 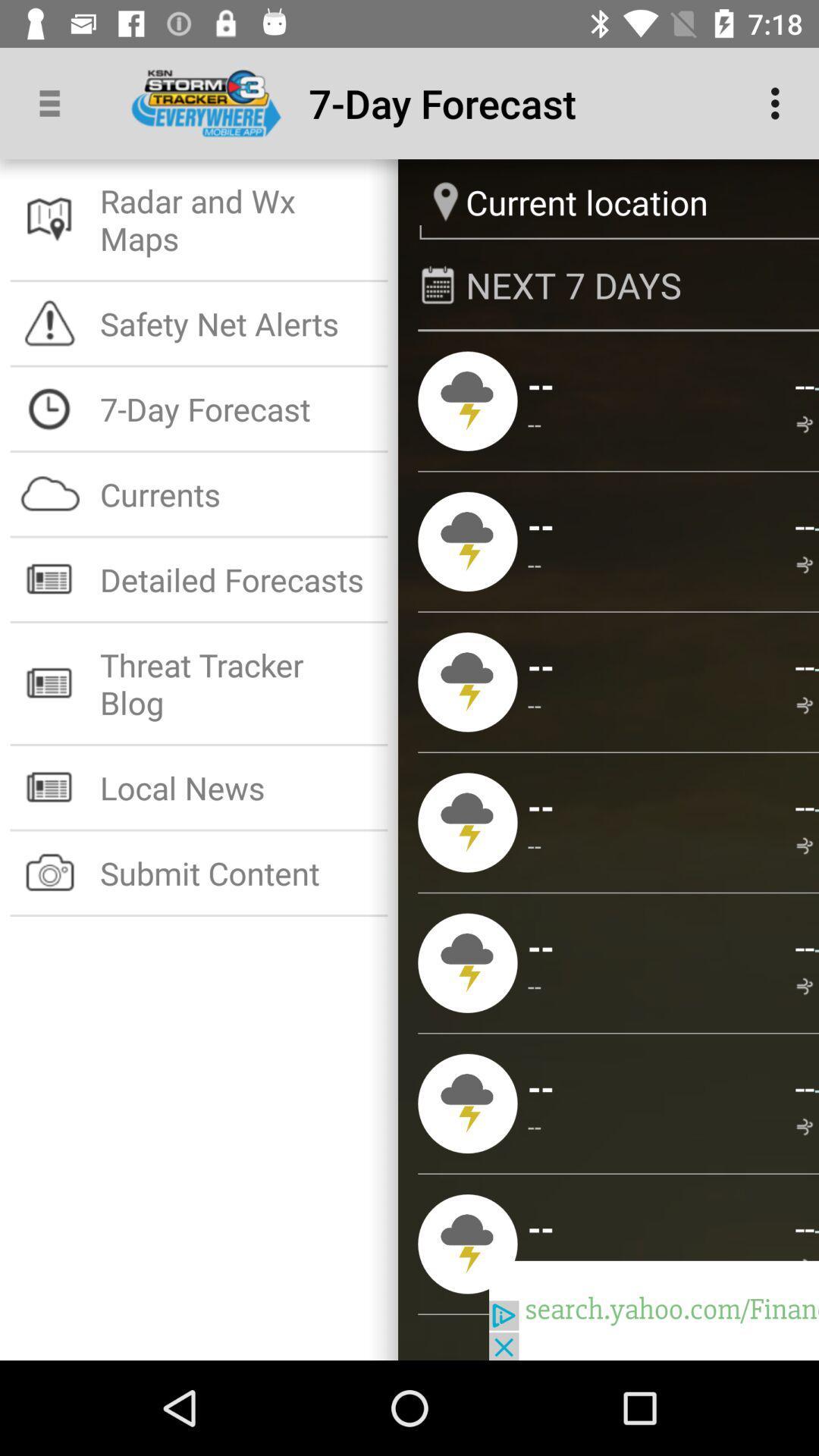 I want to click on app above the -- app, so click(x=804, y=525).